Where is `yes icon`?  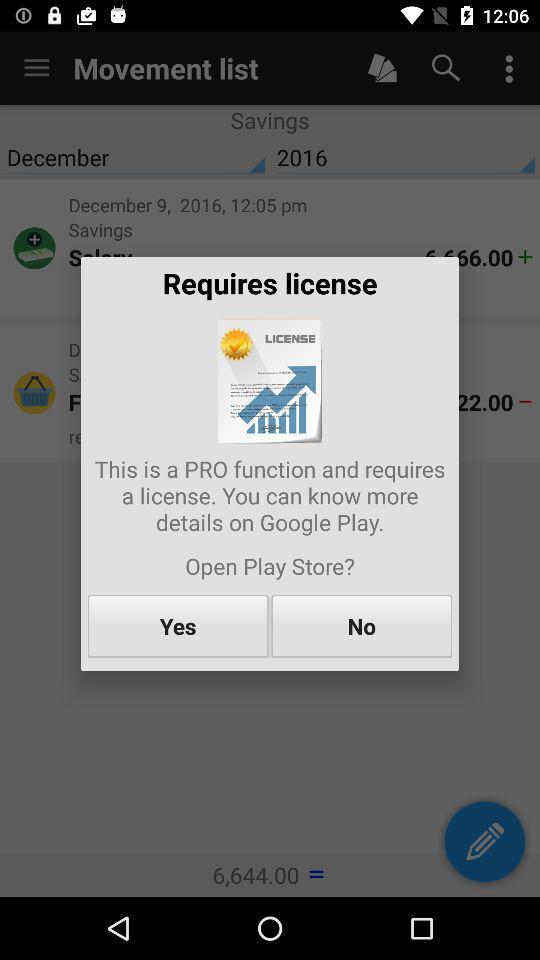
yes icon is located at coordinates (178, 625).